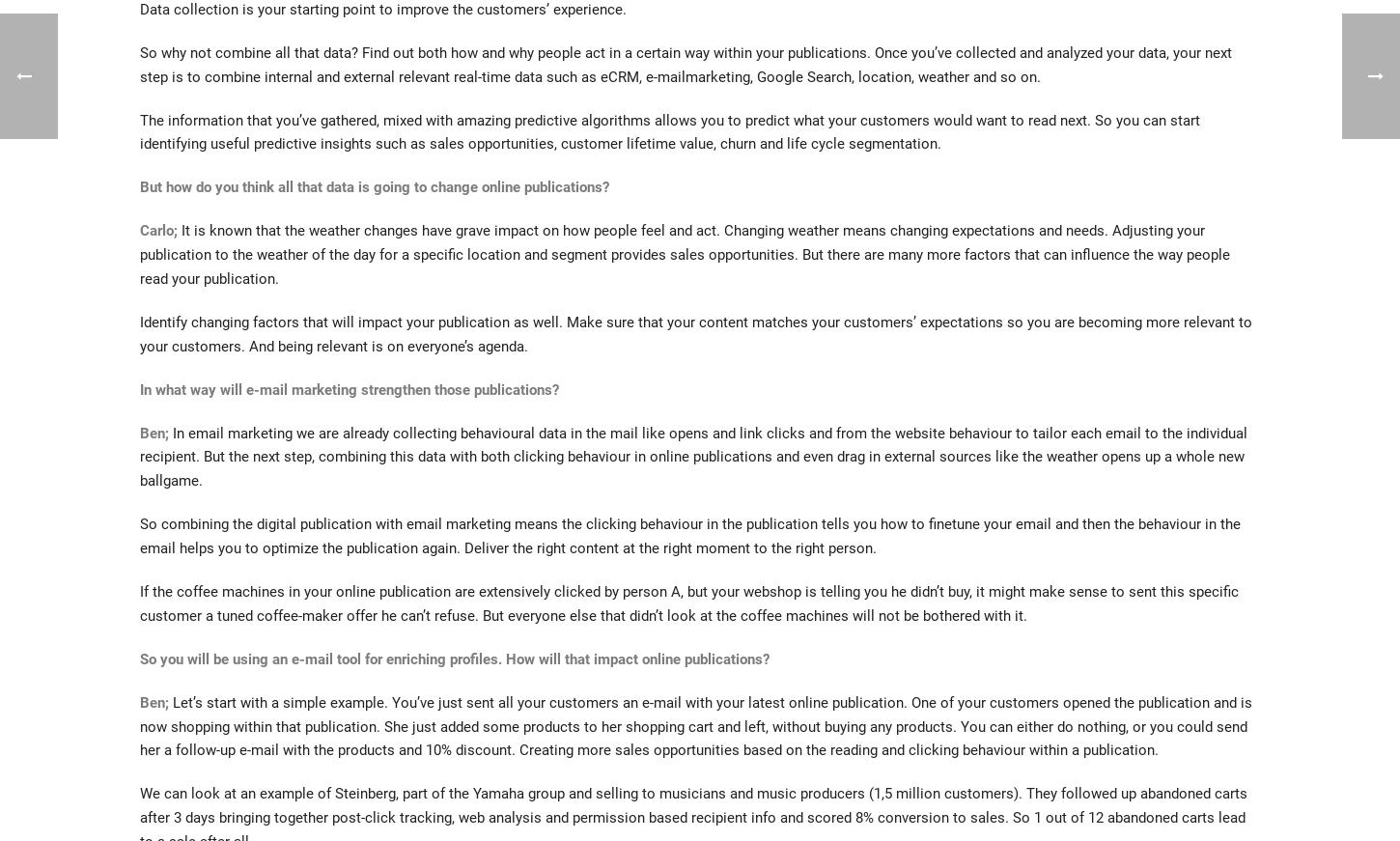  I want to click on 'Let’s start with a simple example. You’ve just sent all your customers an e-mail with your latest online publication. One of your customers opened the publication and is now shopping within that publication. She just added some products to her shopping cart and left, without buying any products. You can either do nothing, or you could send her a follow-up e-mail with the products and 10% discount. Creating more sales opportunities based on the reading and clicking behaviour within a publication.', so click(694, 726).